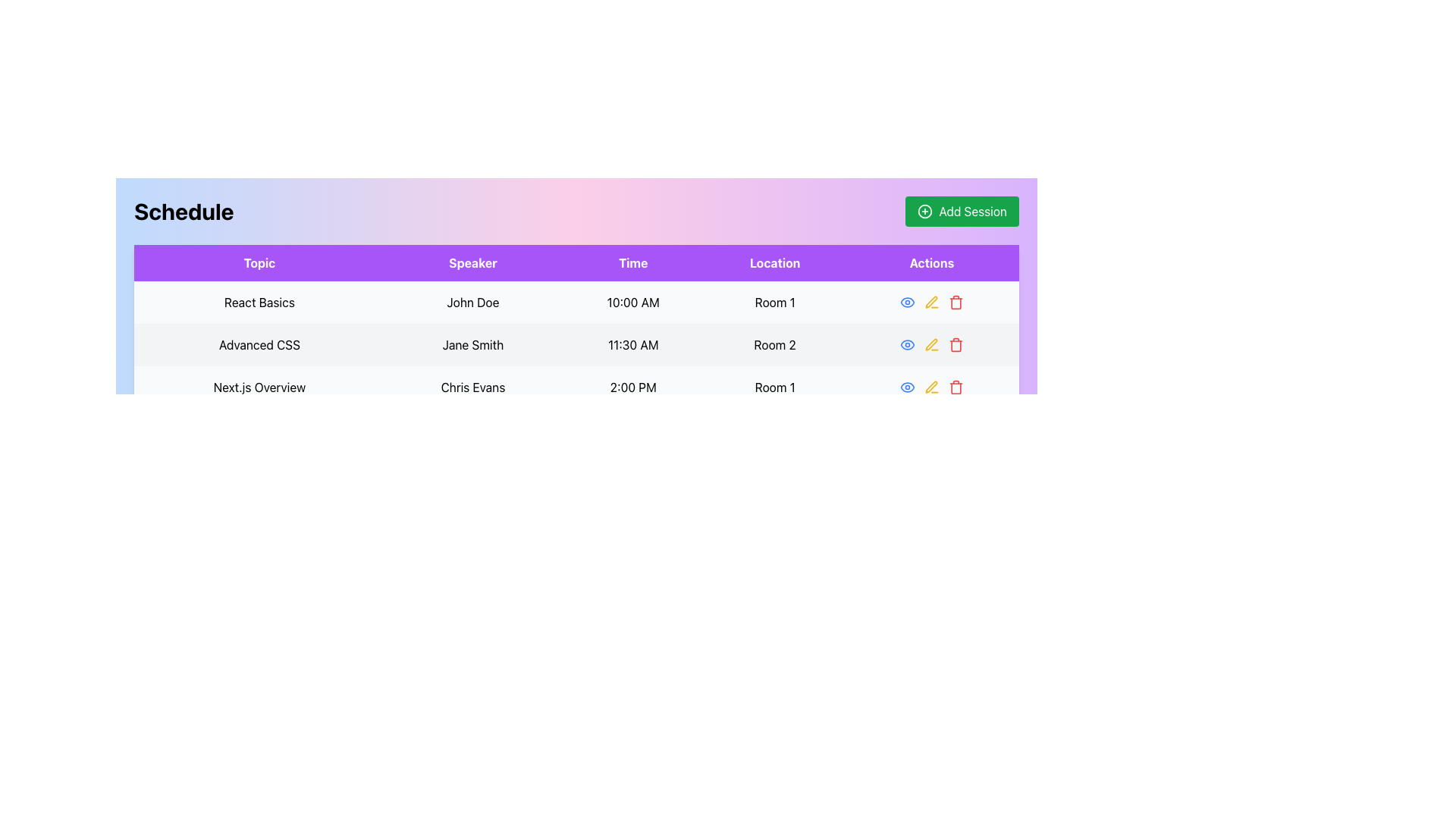 Image resolution: width=1456 pixels, height=819 pixels. Describe the element at coordinates (954, 302) in the screenshot. I see `the trash bin icon in the 'Actions' column` at that location.